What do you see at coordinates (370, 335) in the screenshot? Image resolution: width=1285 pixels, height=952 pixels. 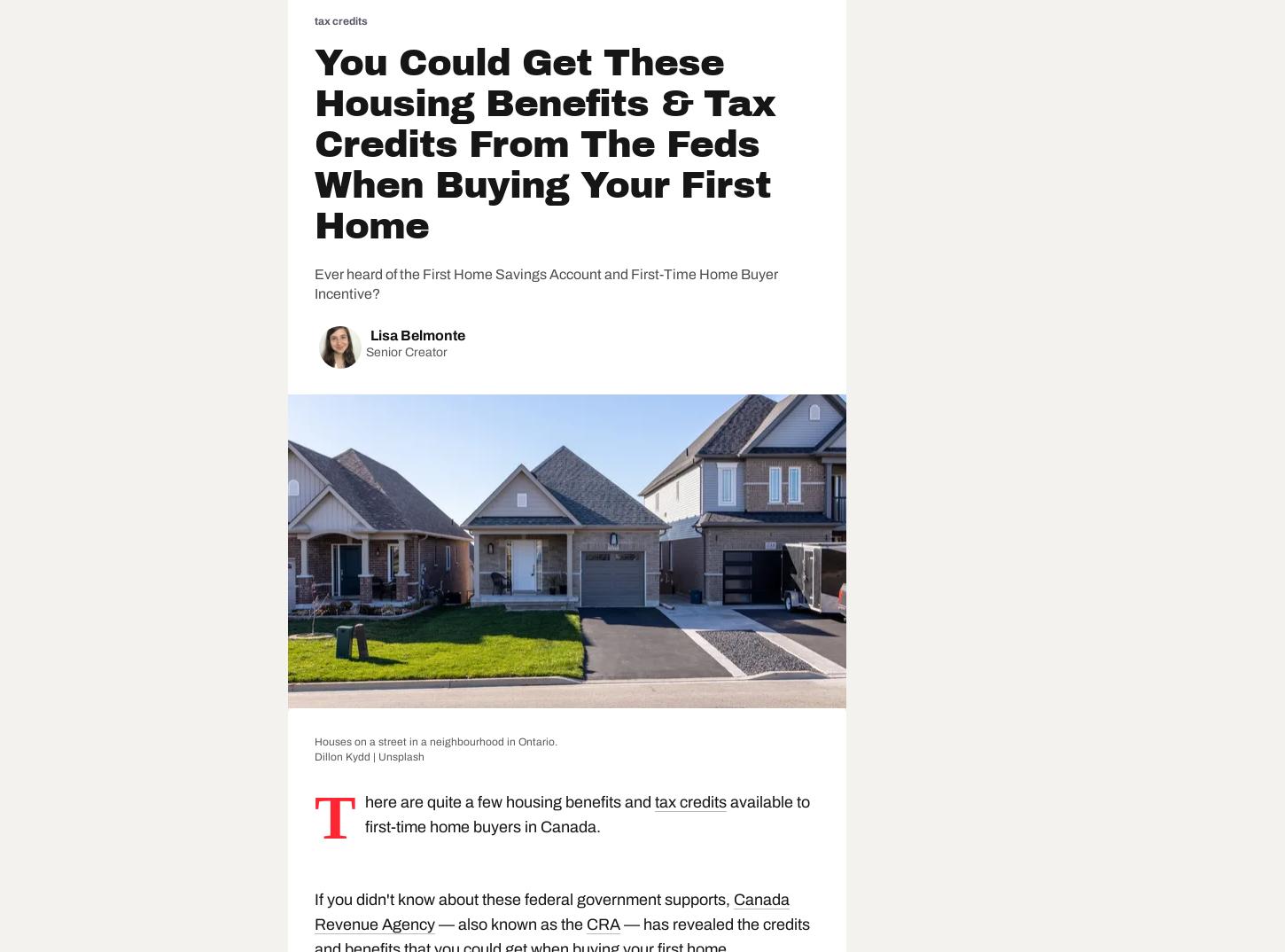 I see `'Lisa Belmonte'` at bounding box center [370, 335].